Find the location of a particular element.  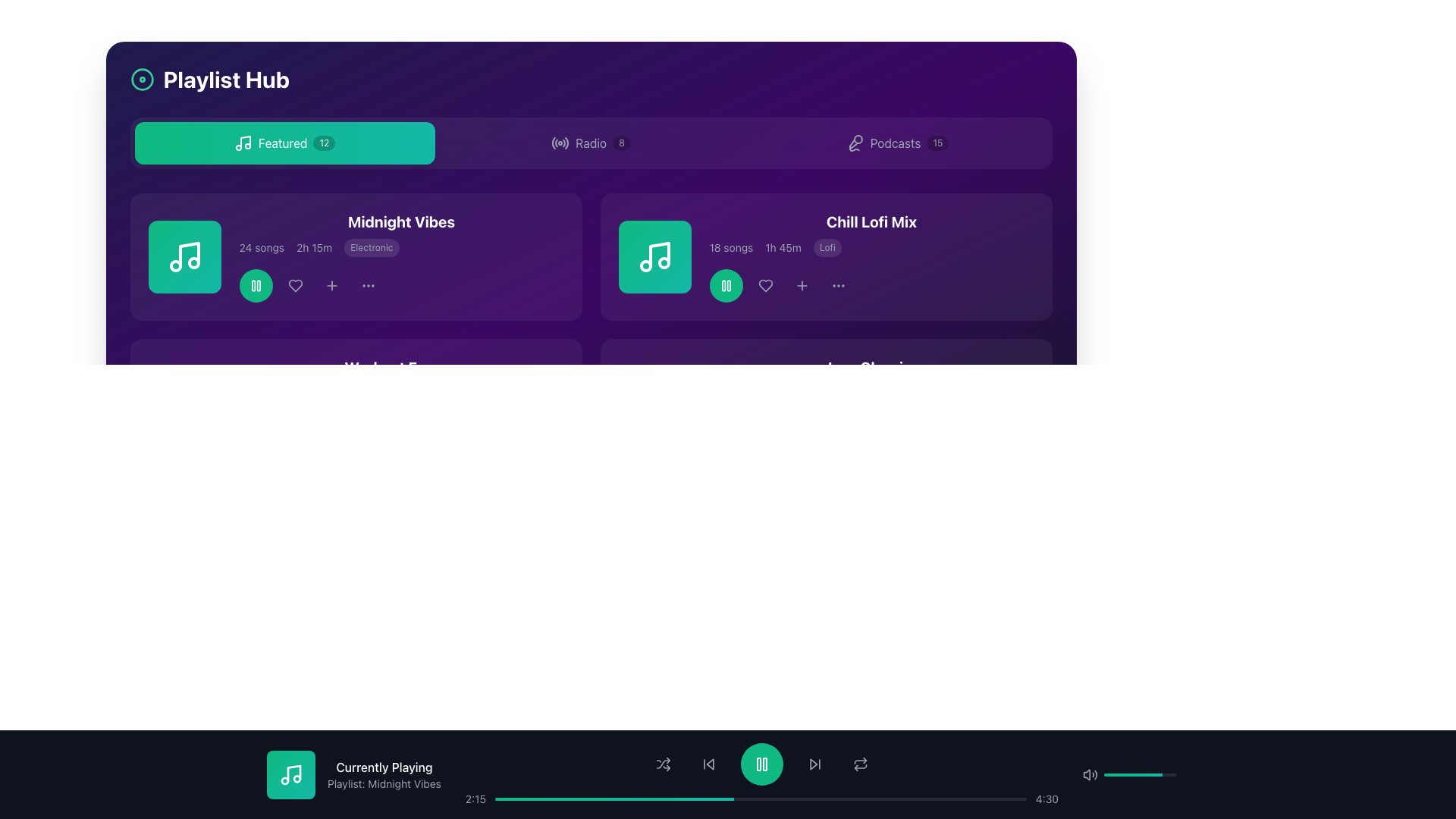

the speaker icon in the audio control section, which is represented by a vector graphic resembling a speaker with sound waves is located at coordinates (1086, 775).